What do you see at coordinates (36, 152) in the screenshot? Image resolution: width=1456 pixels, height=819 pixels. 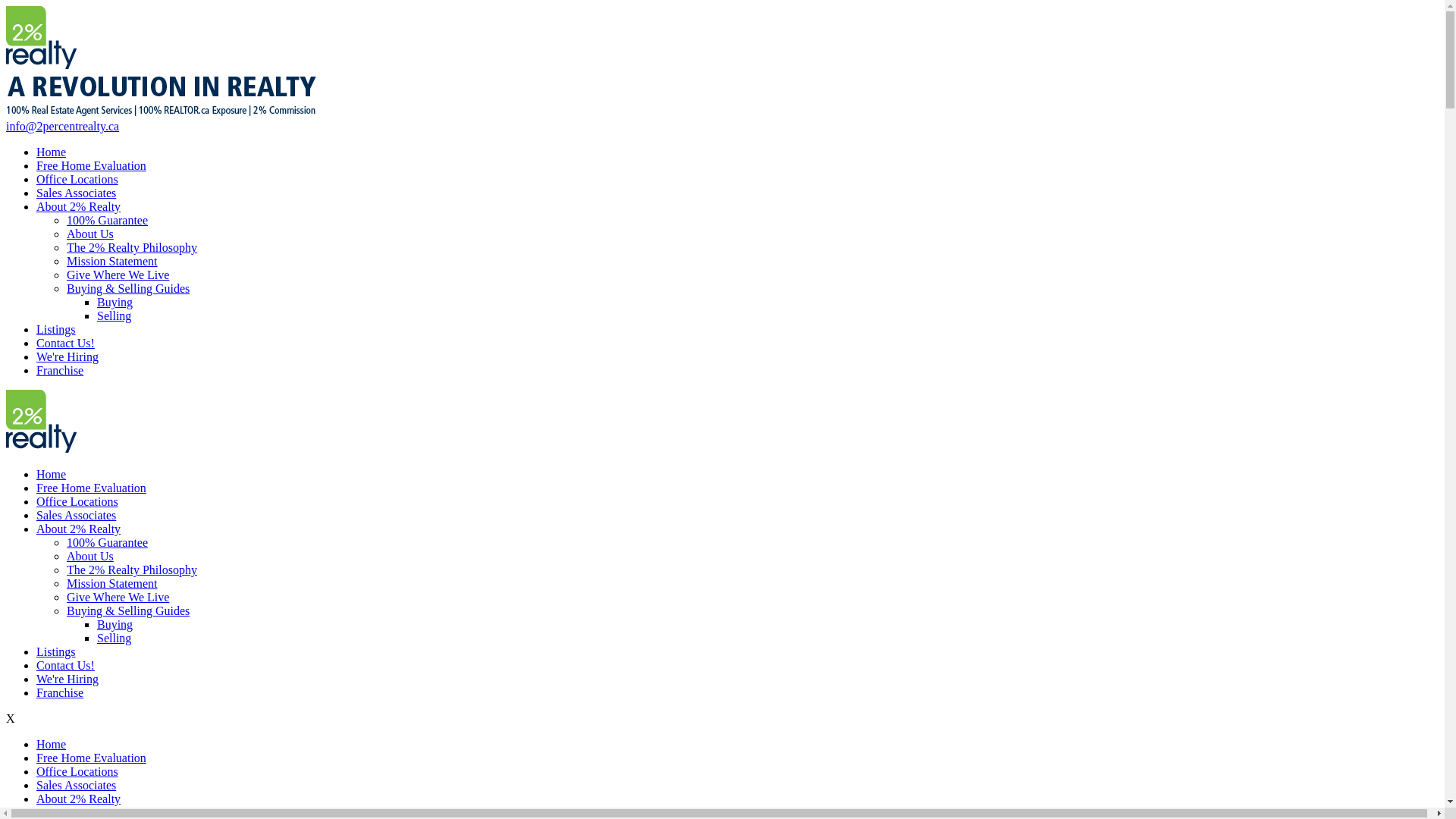 I see `'Home'` at bounding box center [36, 152].